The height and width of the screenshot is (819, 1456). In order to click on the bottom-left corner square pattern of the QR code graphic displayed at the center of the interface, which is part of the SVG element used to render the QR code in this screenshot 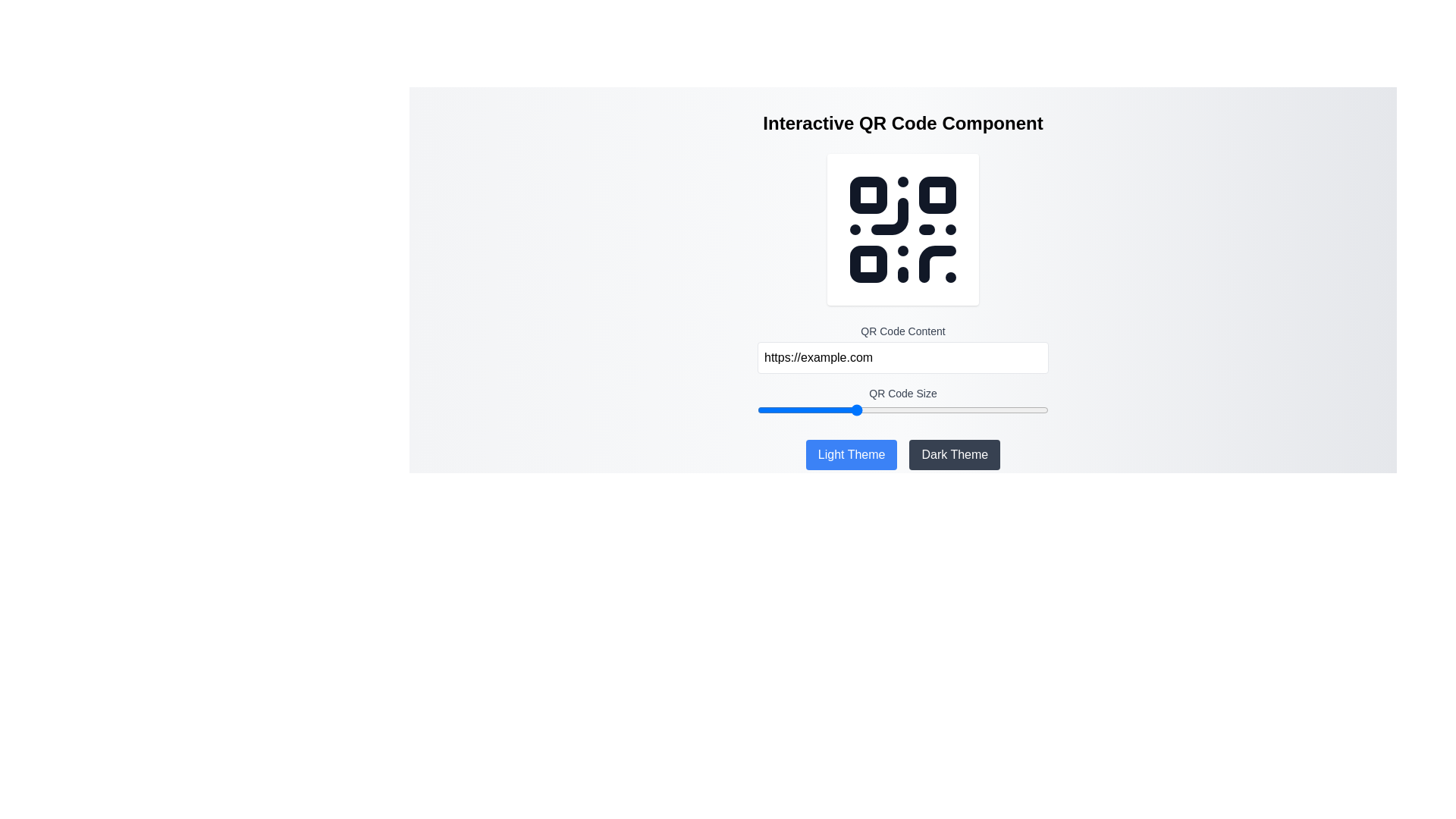, I will do `click(868, 263)`.